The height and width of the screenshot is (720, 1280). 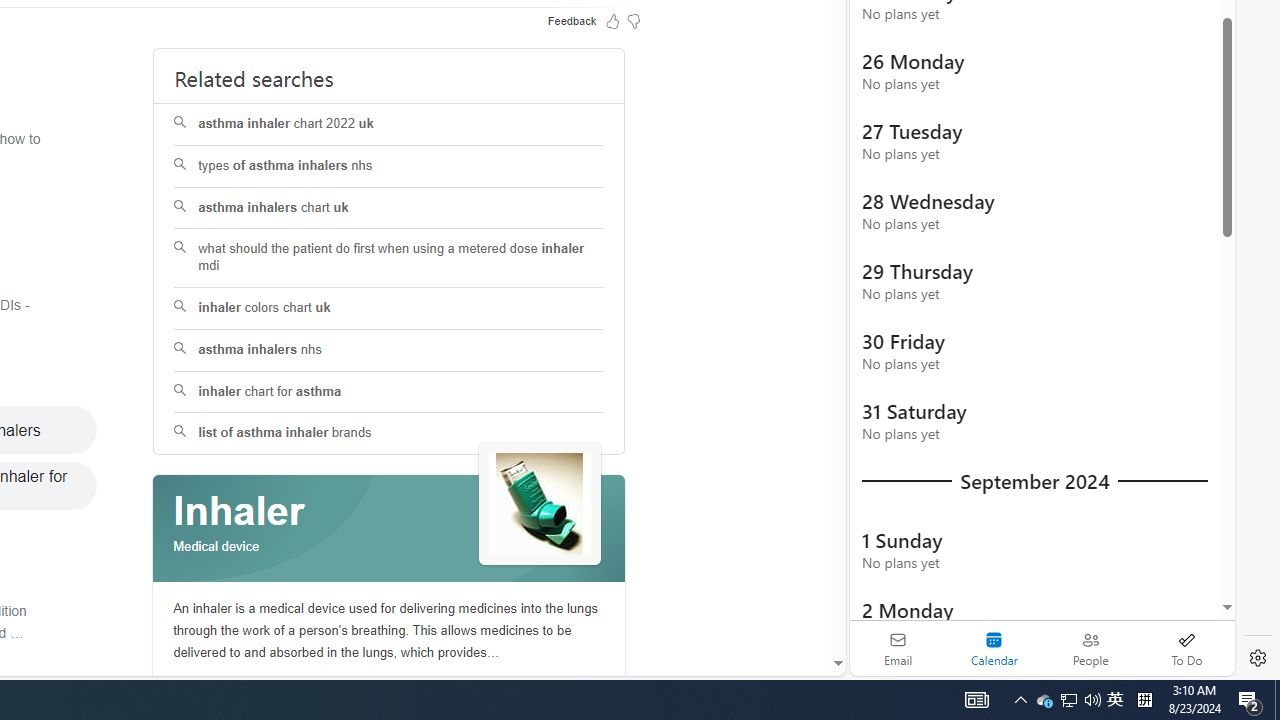 I want to click on 'Class: spl_logobg', so click(x=389, y=528).